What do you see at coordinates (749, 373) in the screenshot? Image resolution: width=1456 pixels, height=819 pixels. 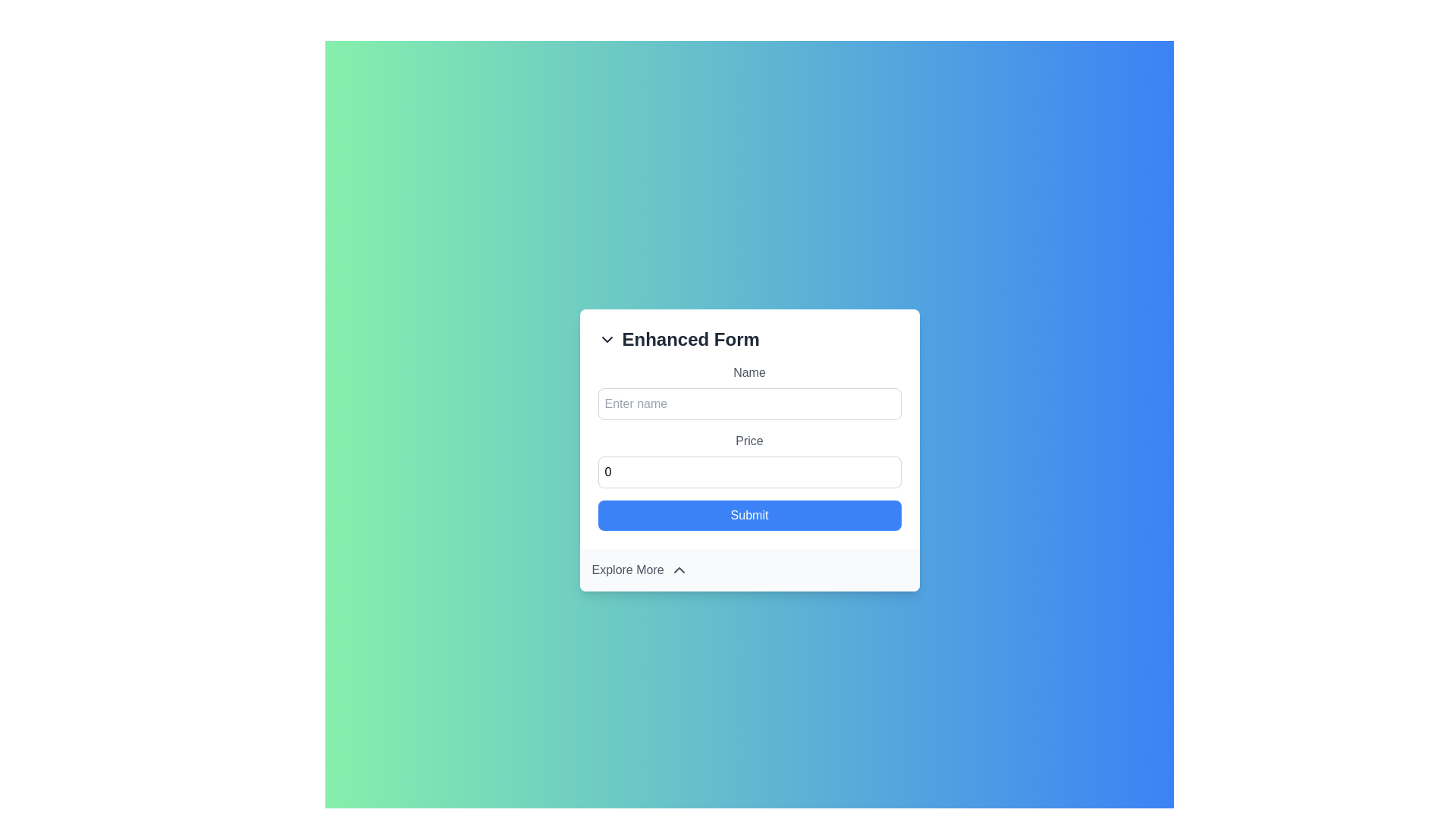 I see `the 'Name' label text, which is styled in gray and positioned above the input field in the central form component` at bounding box center [749, 373].